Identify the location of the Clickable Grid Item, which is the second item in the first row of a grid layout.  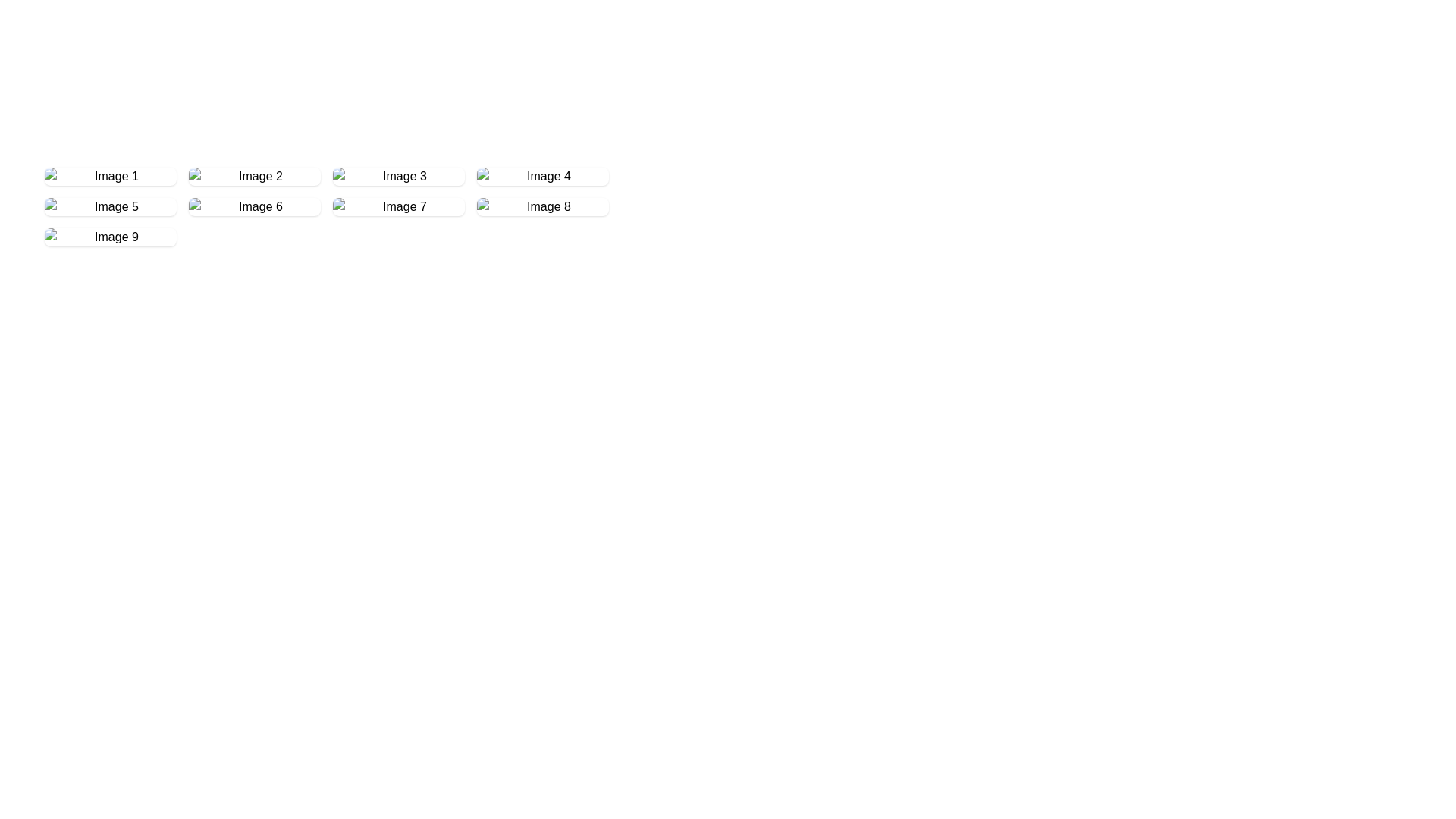
(255, 175).